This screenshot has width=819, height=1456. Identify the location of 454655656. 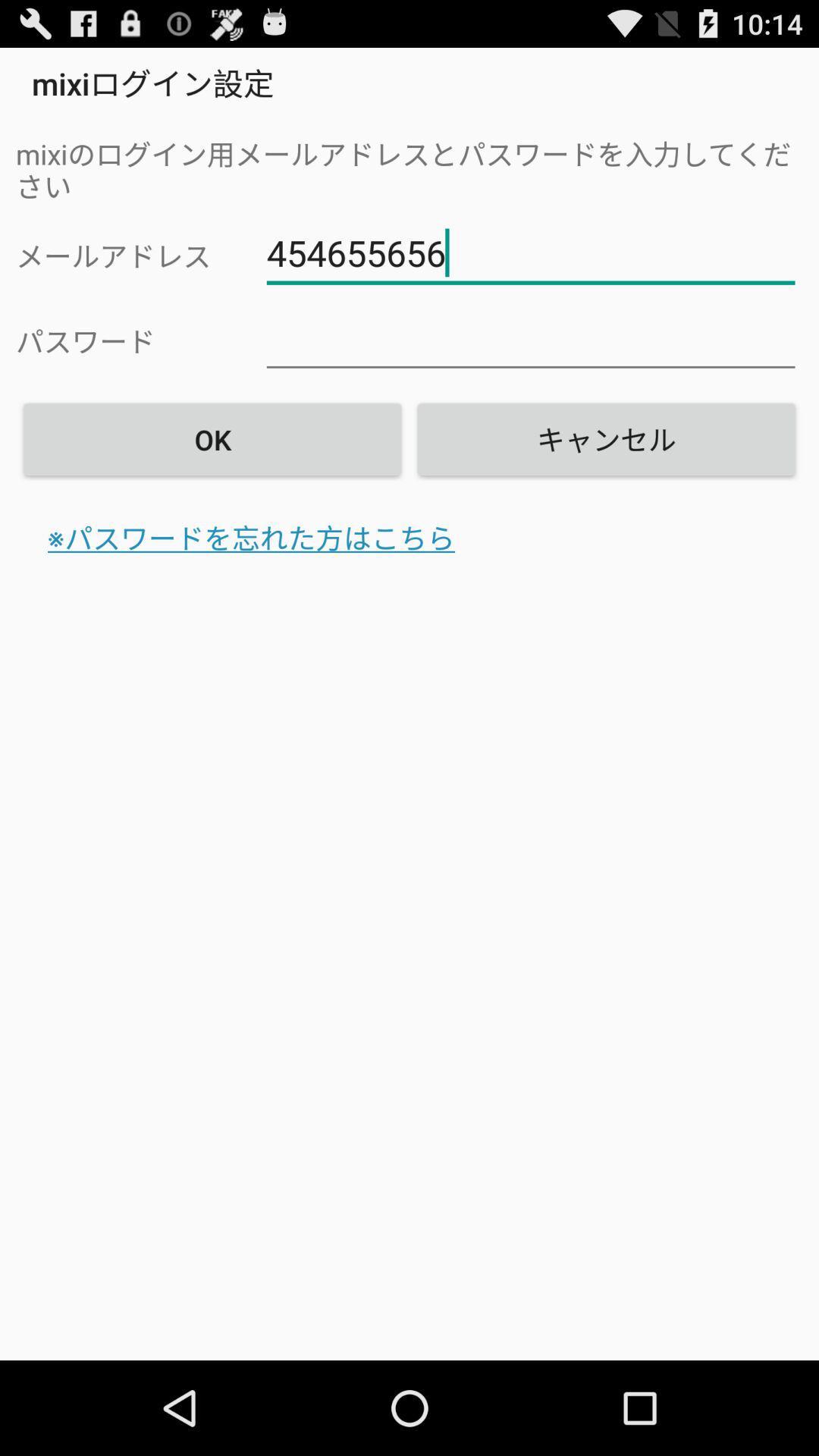
(530, 253).